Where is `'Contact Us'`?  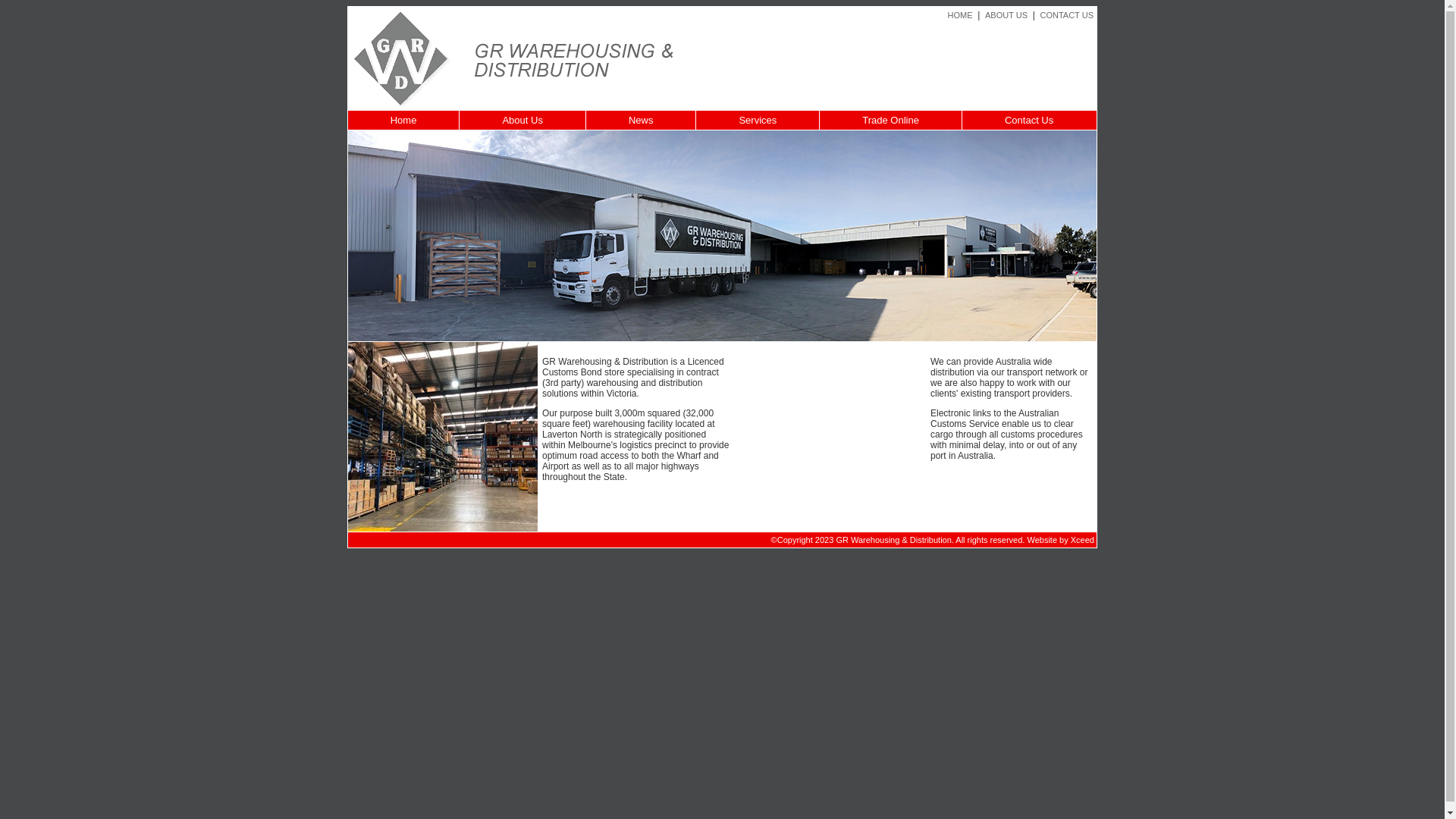
'Contact Us' is located at coordinates (1029, 119).